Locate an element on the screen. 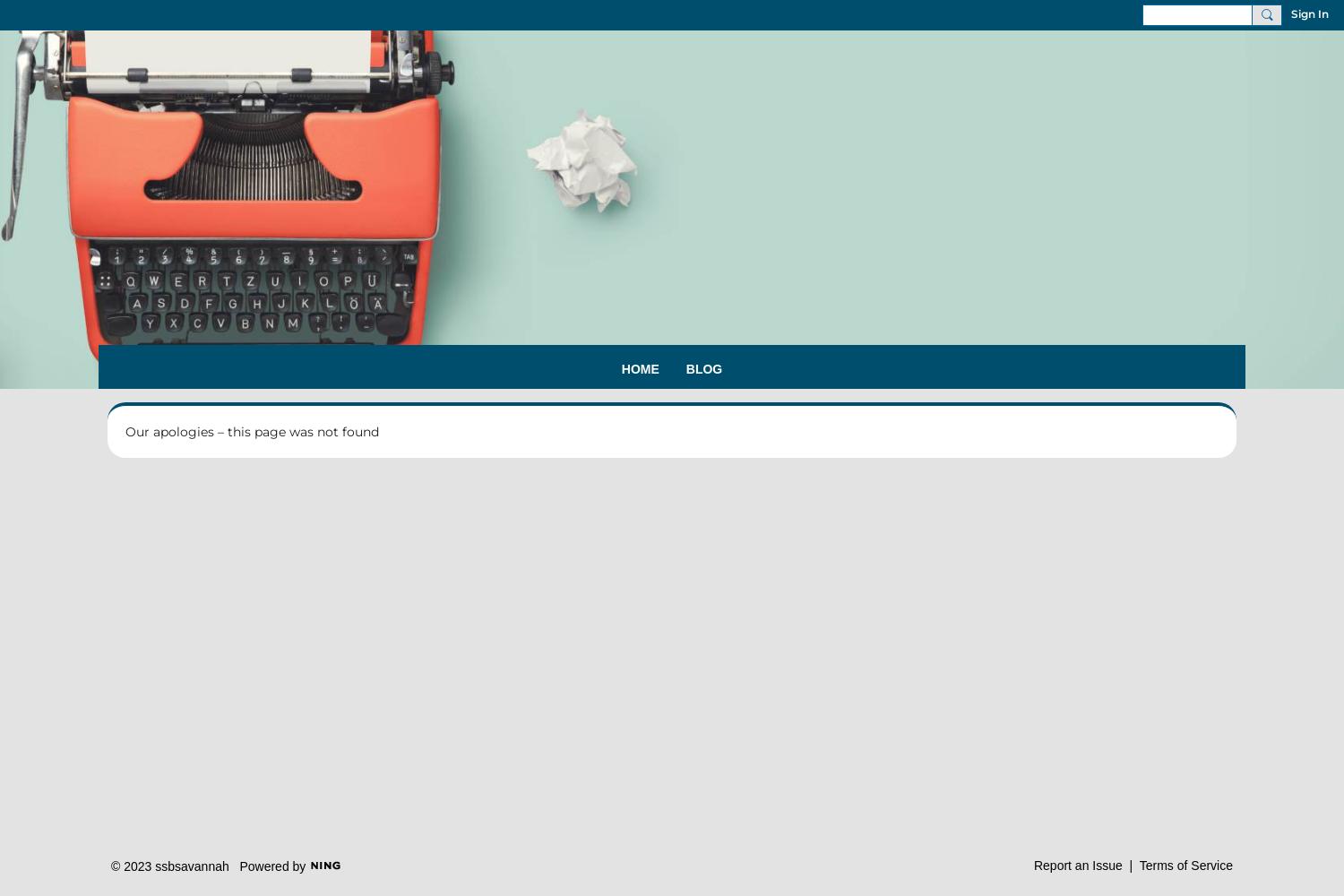 Image resolution: width=1344 pixels, height=896 pixels. 'Report an Issue' is located at coordinates (1076, 864).